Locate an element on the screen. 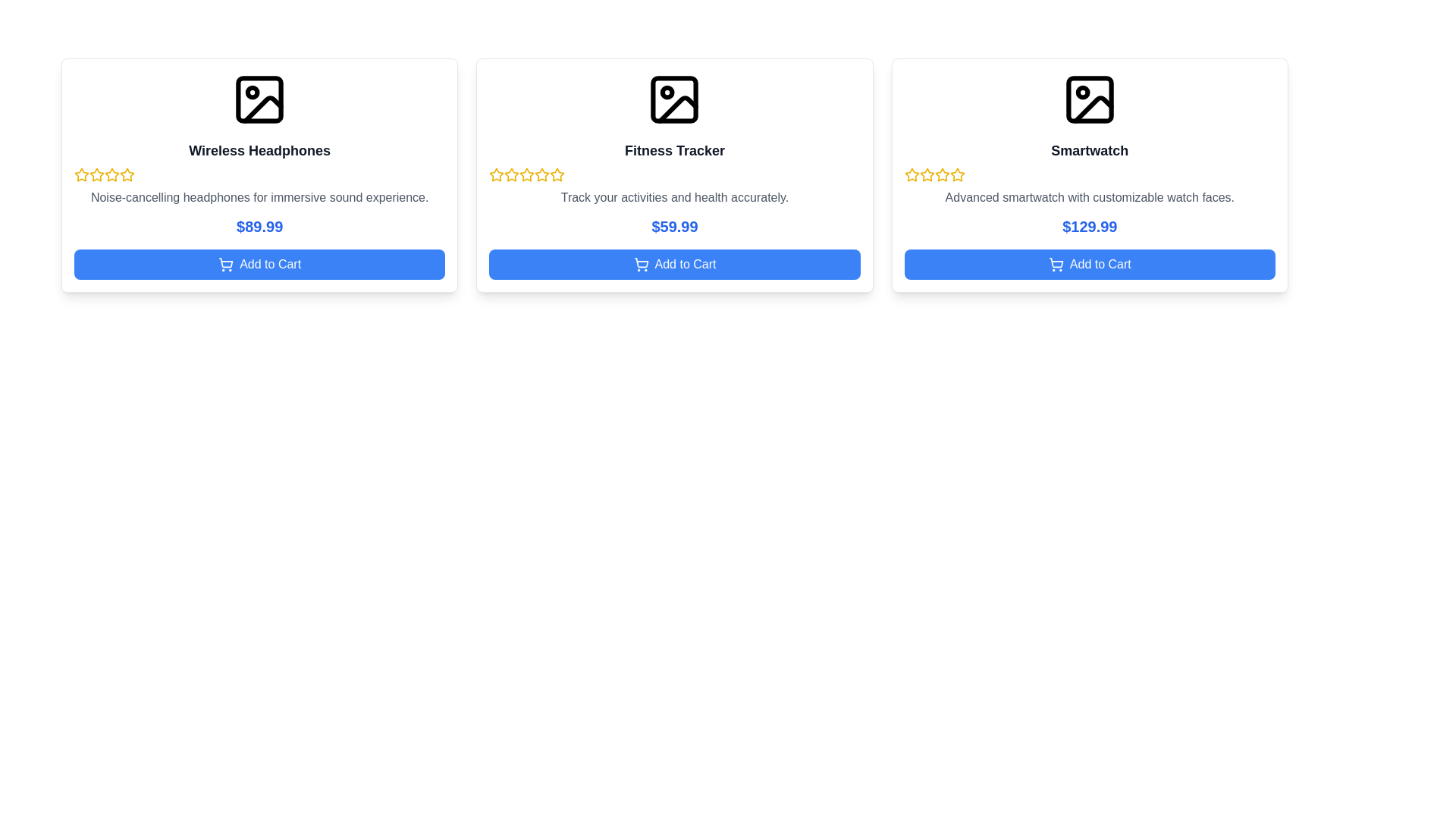 The width and height of the screenshot is (1456, 819). the text 'Advanced smartwatch with customizable watch faces.' located below the heading 'Smartwatch' and above the price '$129.99' in the product card on the rightmost side of a row for additional information is located at coordinates (1089, 197).